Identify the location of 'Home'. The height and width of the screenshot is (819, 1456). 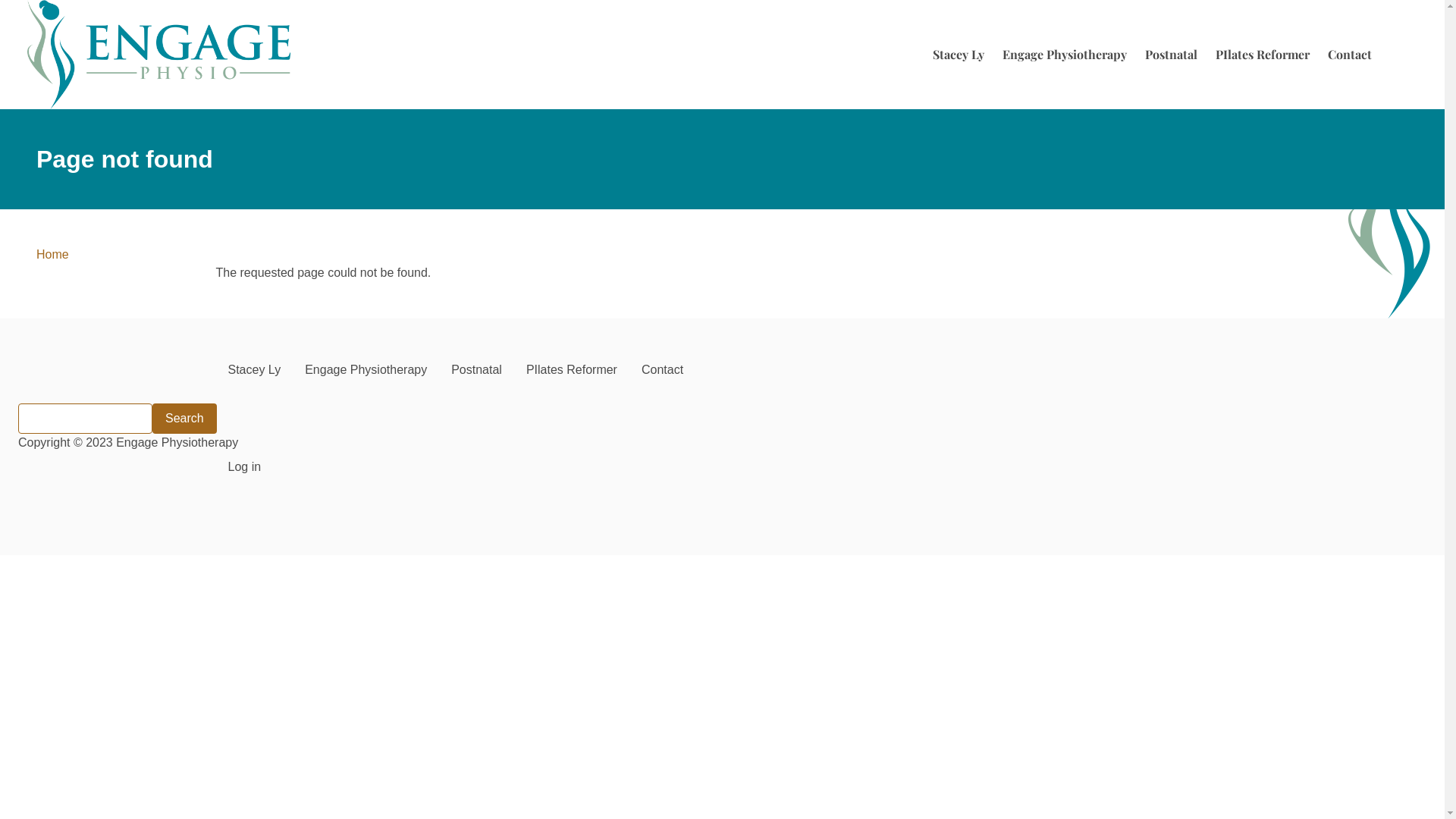
(158, 54).